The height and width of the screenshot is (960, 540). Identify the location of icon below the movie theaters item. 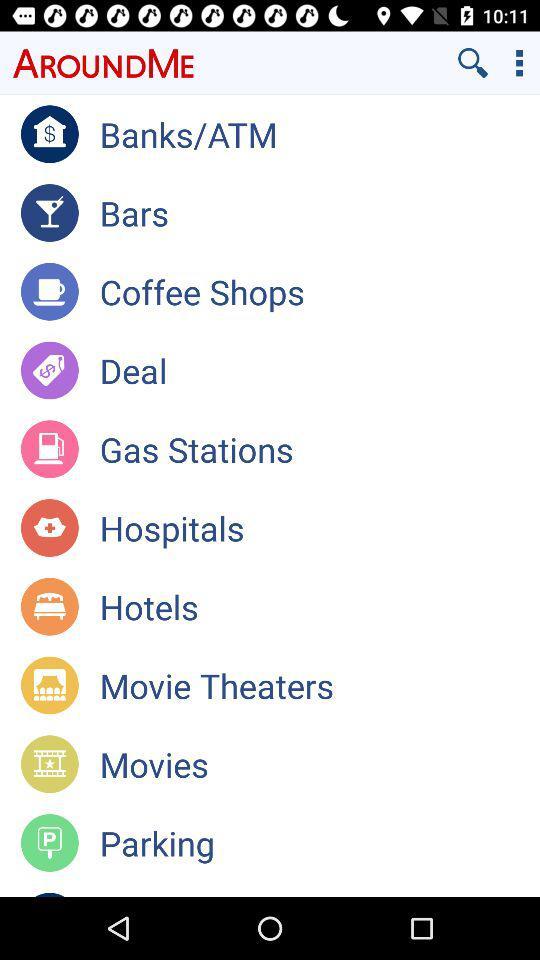
(319, 763).